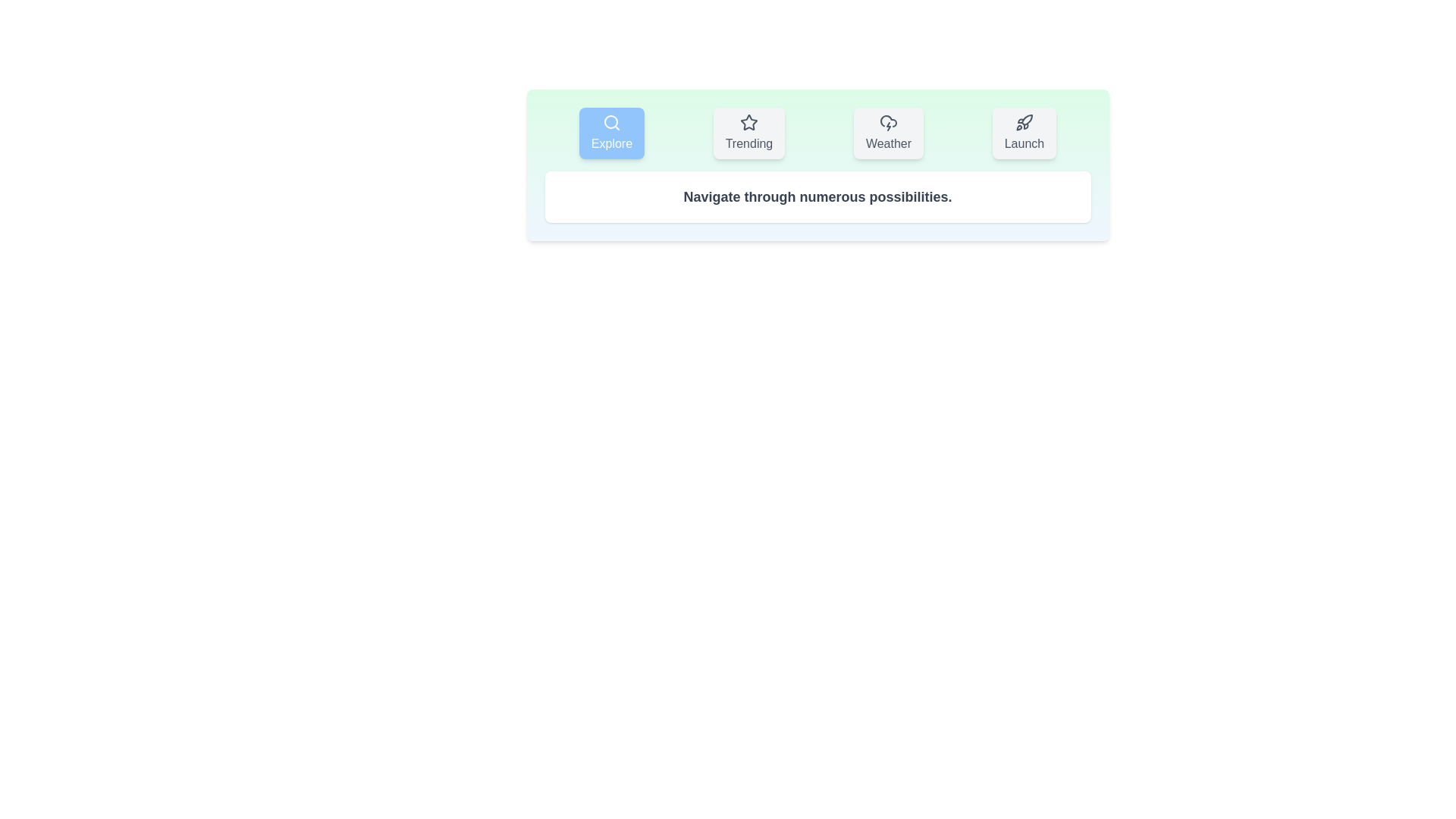 The width and height of the screenshot is (1456, 819). Describe the element at coordinates (888, 133) in the screenshot. I see `the Weather tab to view its content` at that location.